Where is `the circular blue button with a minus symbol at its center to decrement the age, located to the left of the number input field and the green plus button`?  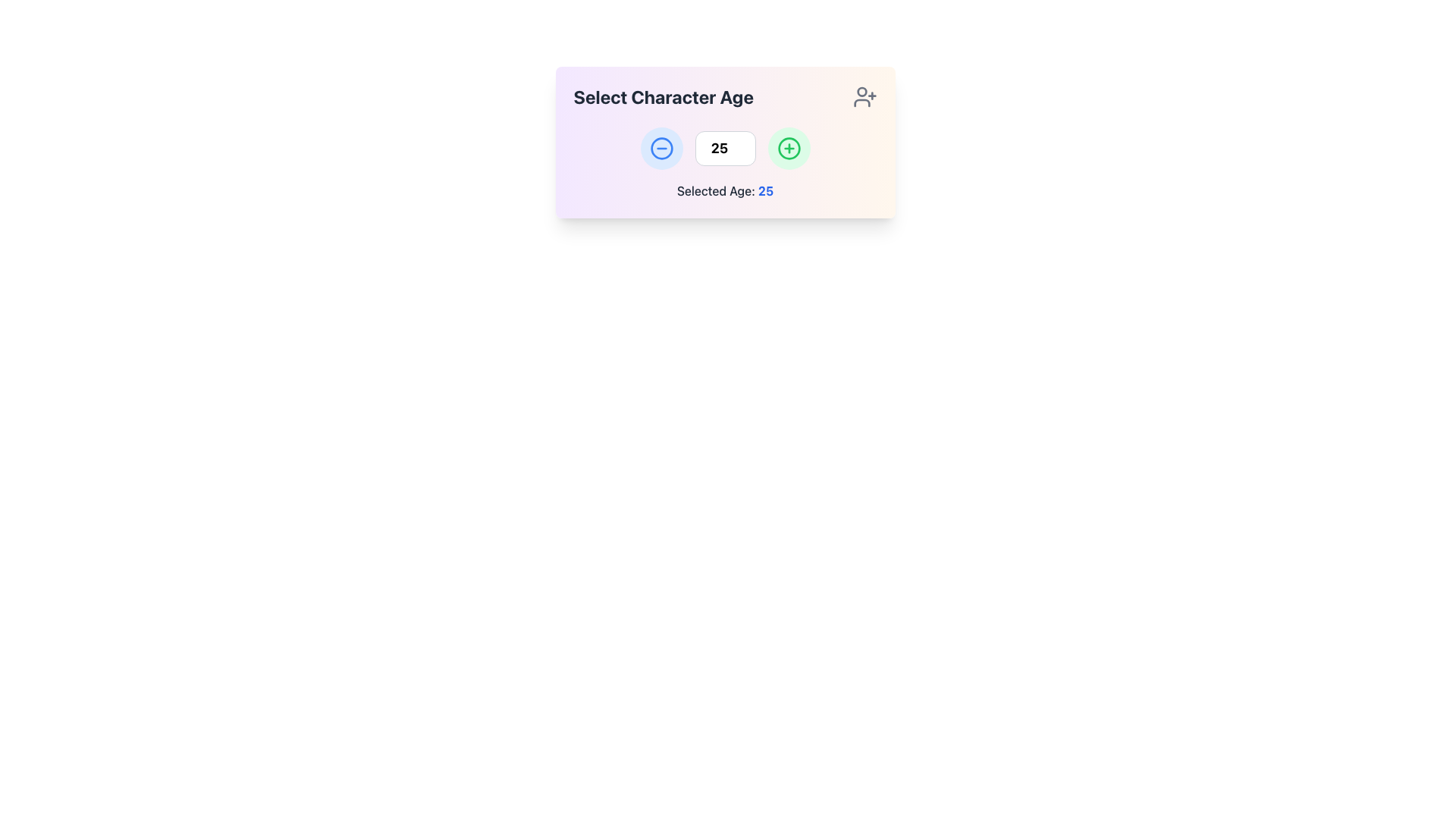 the circular blue button with a minus symbol at its center to decrement the age, located to the left of the number input field and the green plus button is located at coordinates (661, 149).